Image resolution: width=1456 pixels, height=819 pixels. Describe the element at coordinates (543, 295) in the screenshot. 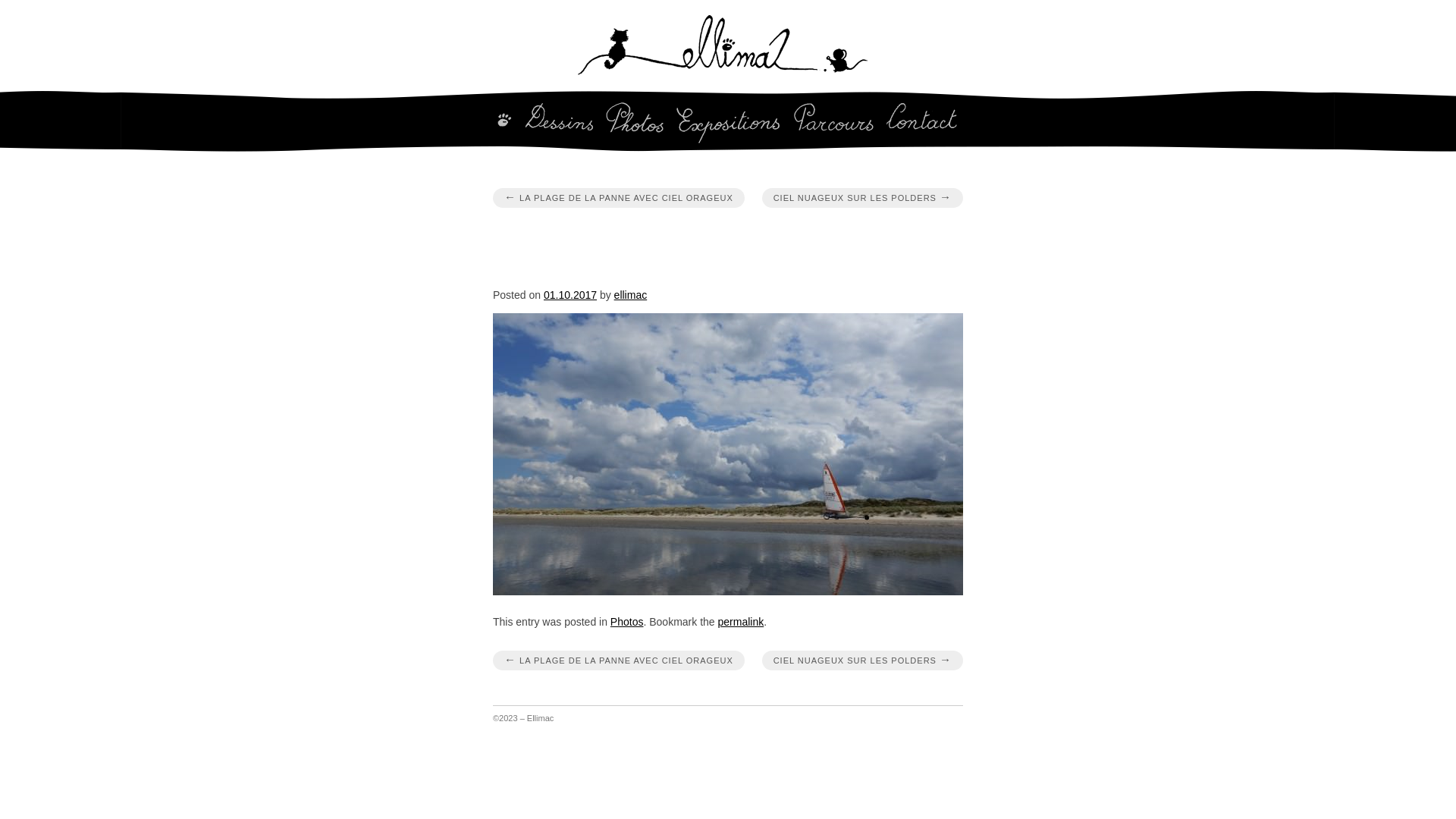

I see `'01.10.2017'` at that location.